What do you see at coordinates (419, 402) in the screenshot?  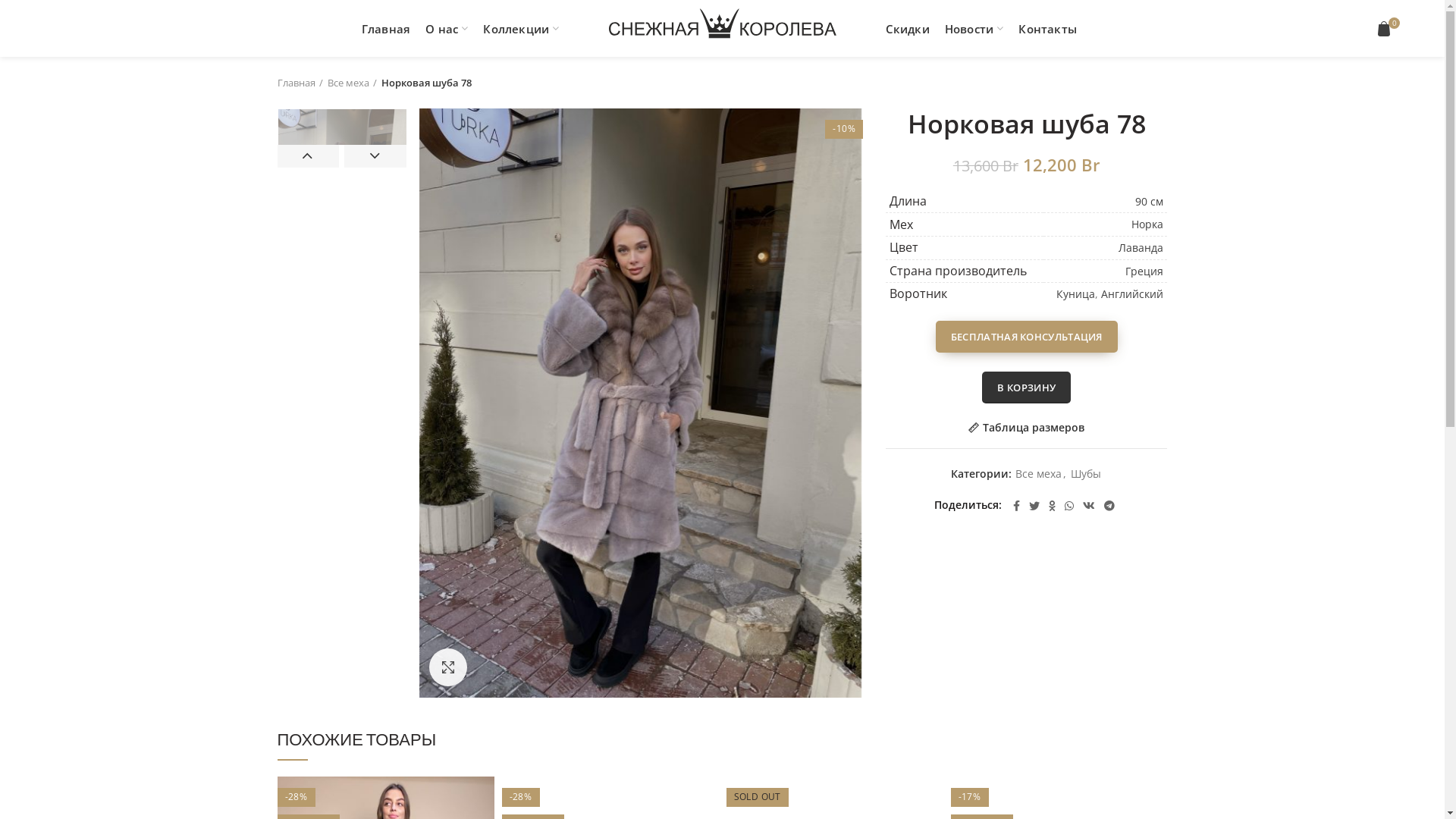 I see `'IMG_6555-min'` at bounding box center [419, 402].